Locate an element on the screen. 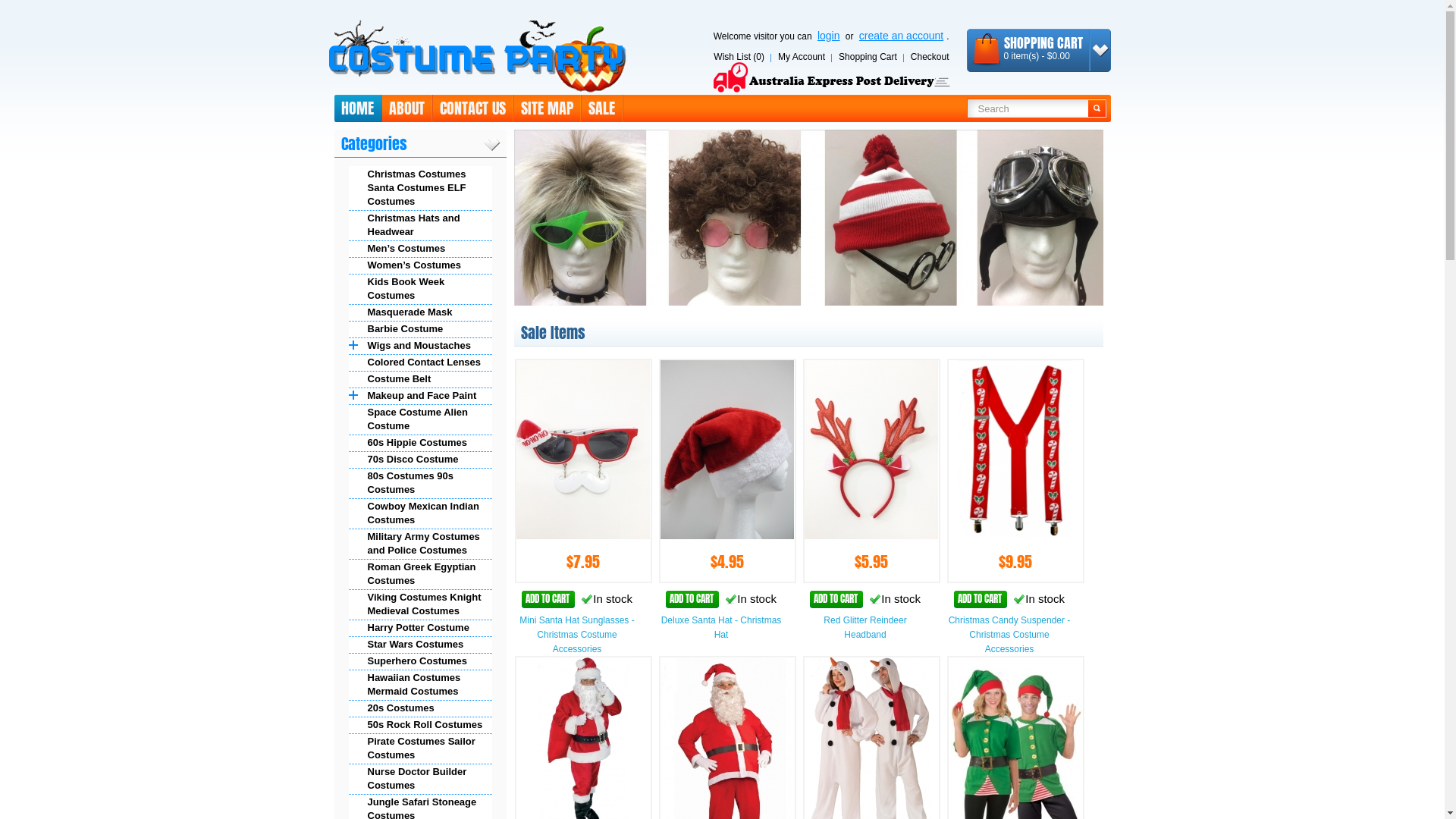 The image size is (1456, 819). 'Hawaiian Costumes Mermaid Costumes' is located at coordinates (420, 684).